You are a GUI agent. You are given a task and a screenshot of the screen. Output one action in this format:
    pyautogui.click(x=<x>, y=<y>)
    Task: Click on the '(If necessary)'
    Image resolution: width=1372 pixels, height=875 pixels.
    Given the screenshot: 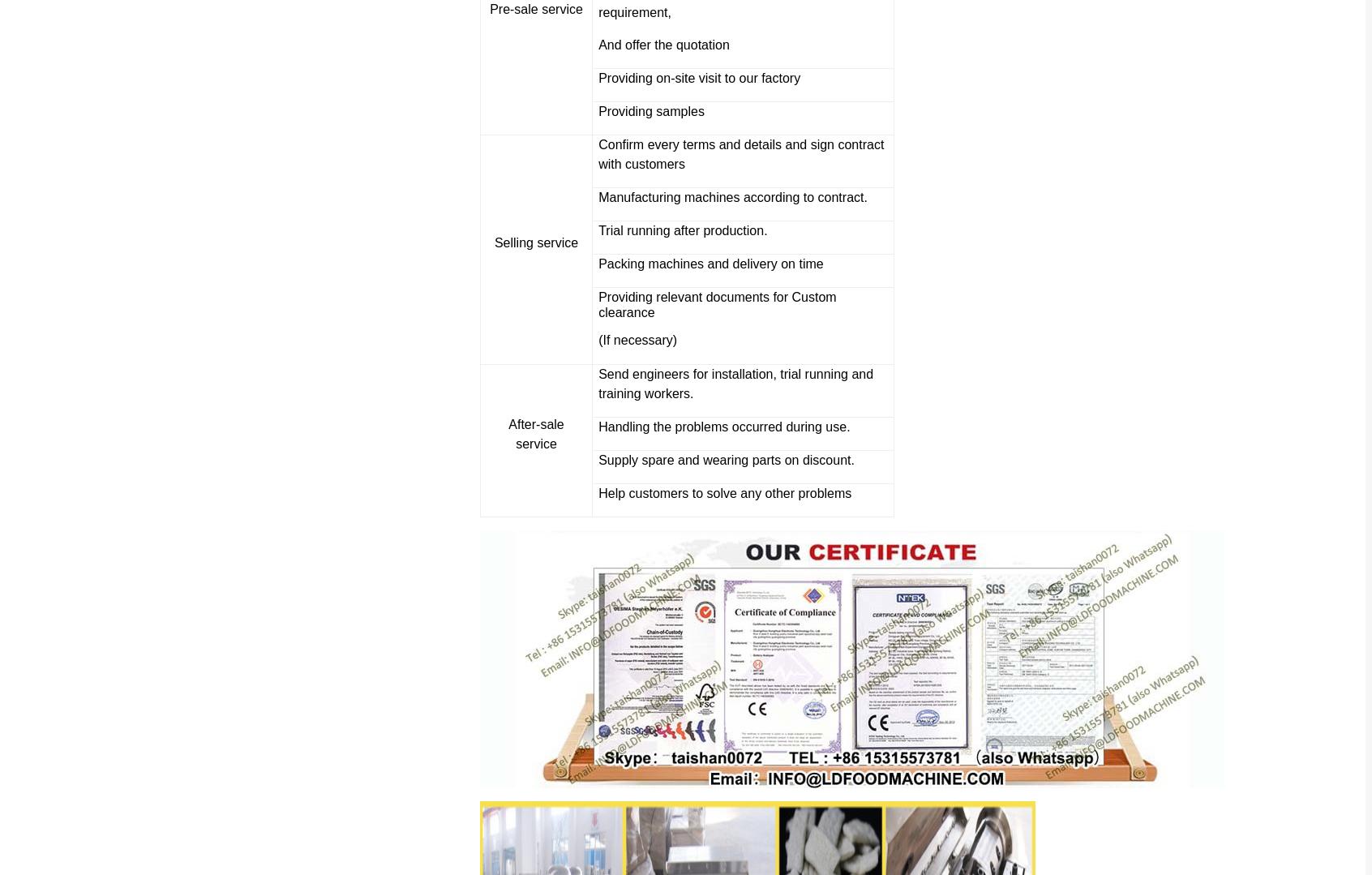 What is the action you would take?
    pyautogui.click(x=598, y=340)
    